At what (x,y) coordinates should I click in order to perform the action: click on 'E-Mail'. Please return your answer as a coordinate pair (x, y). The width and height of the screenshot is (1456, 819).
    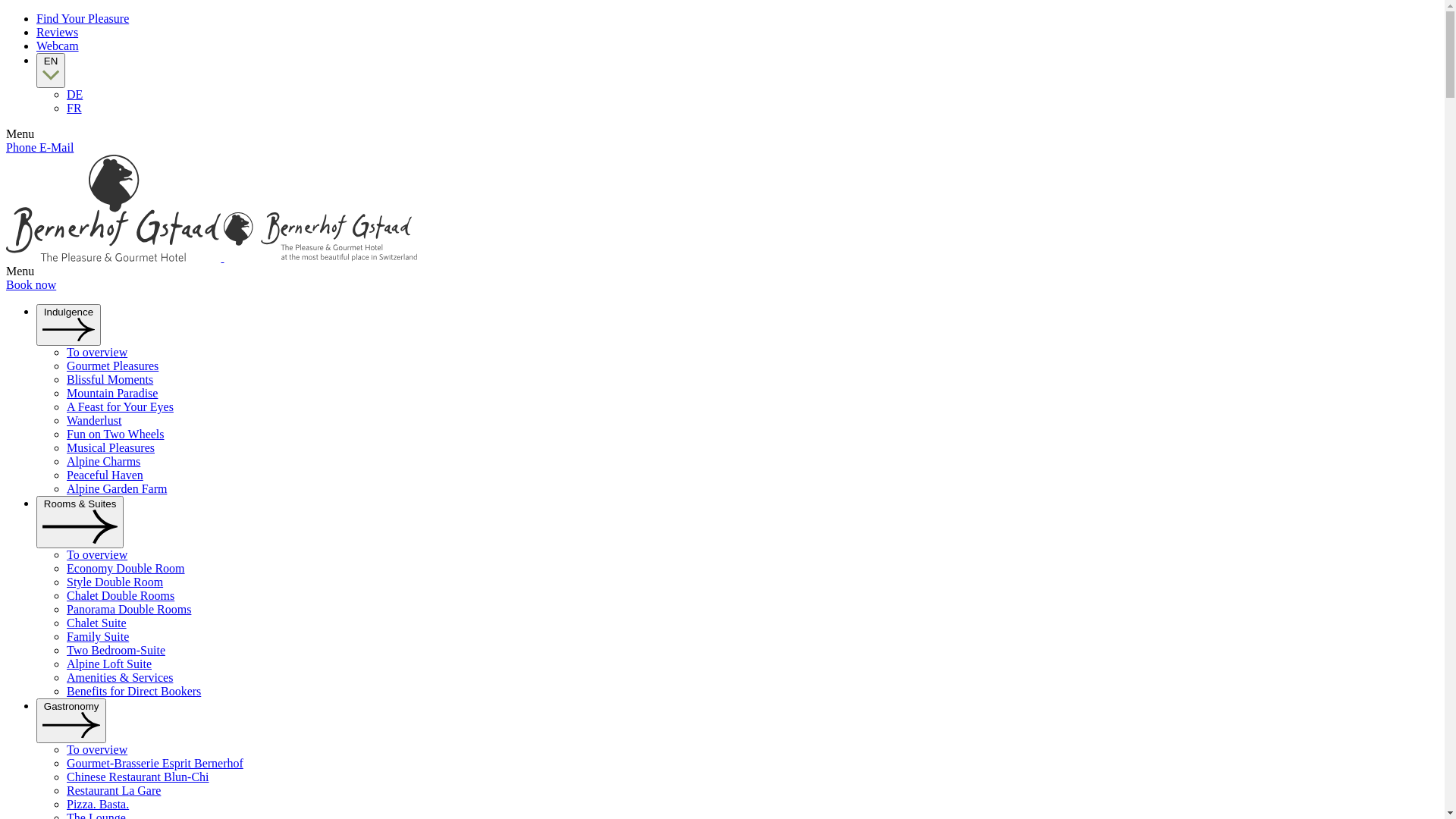
    Looking at the image, I should click on (56, 147).